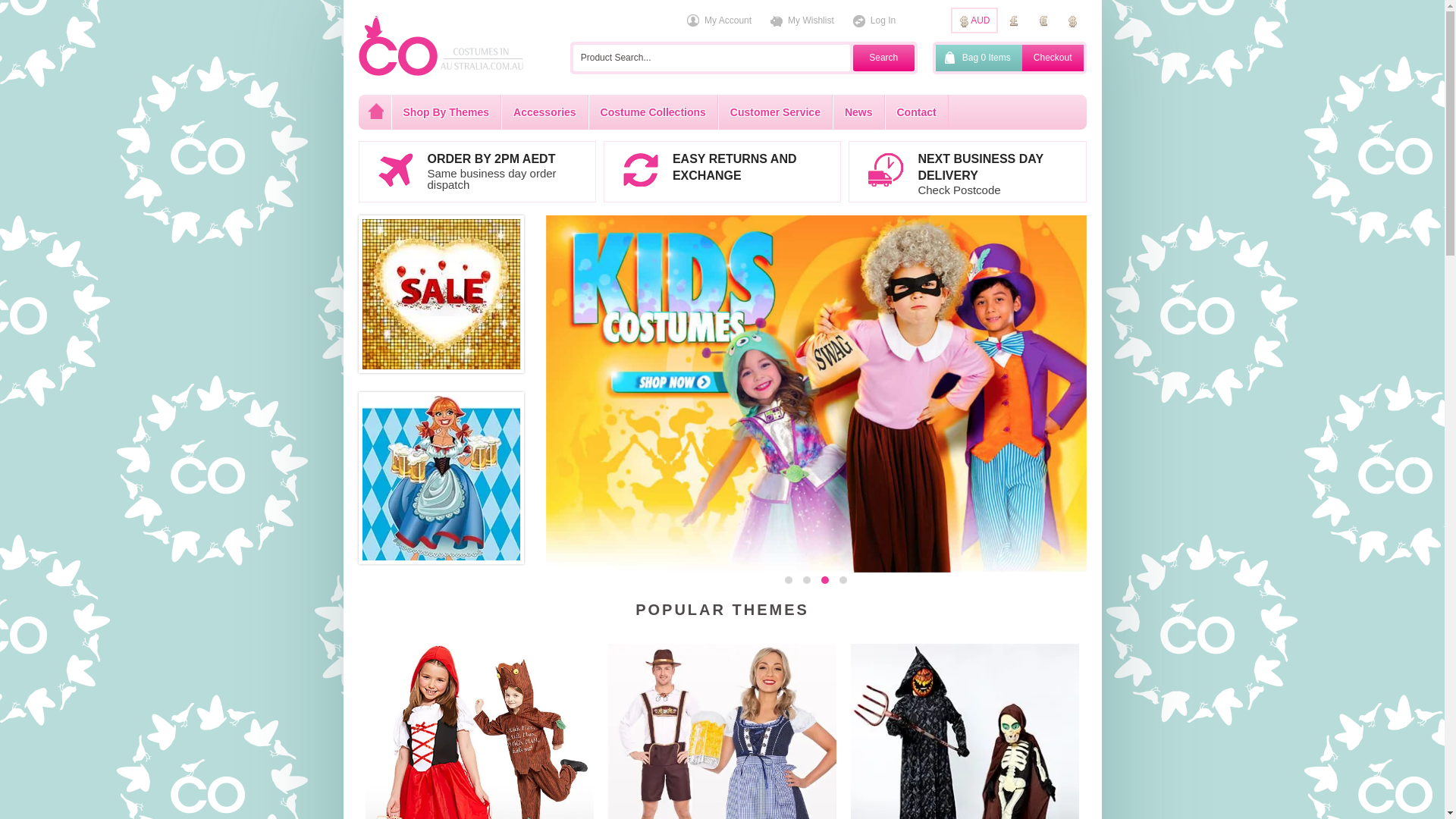 The image size is (1456, 819). Describe the element at coordinates (1012, 20) in the screenshot. I see `'British Pound - GBP'` at that location.